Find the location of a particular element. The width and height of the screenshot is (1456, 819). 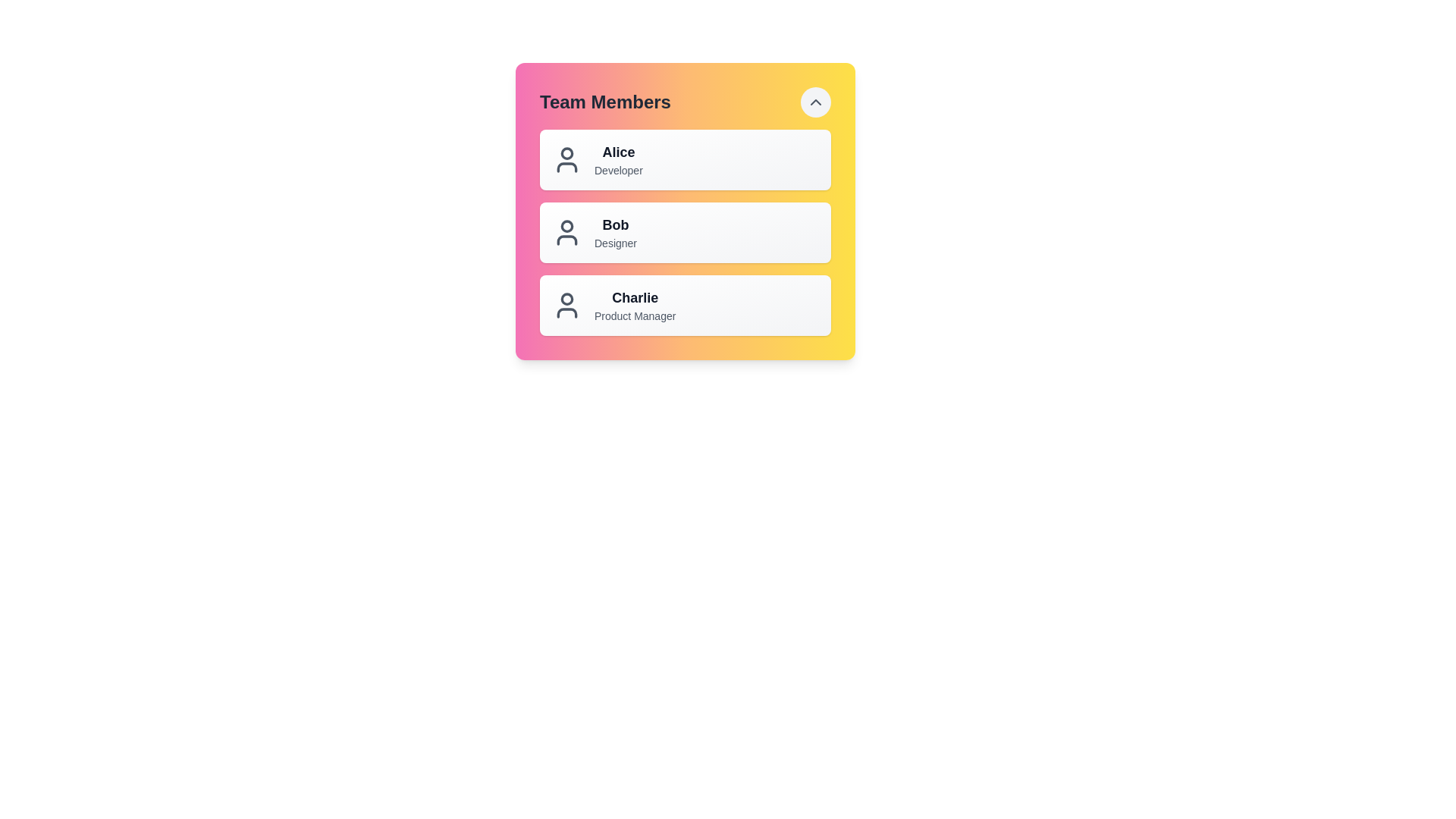

the icon next to Charlie's name is located at coordinates (566, 305).